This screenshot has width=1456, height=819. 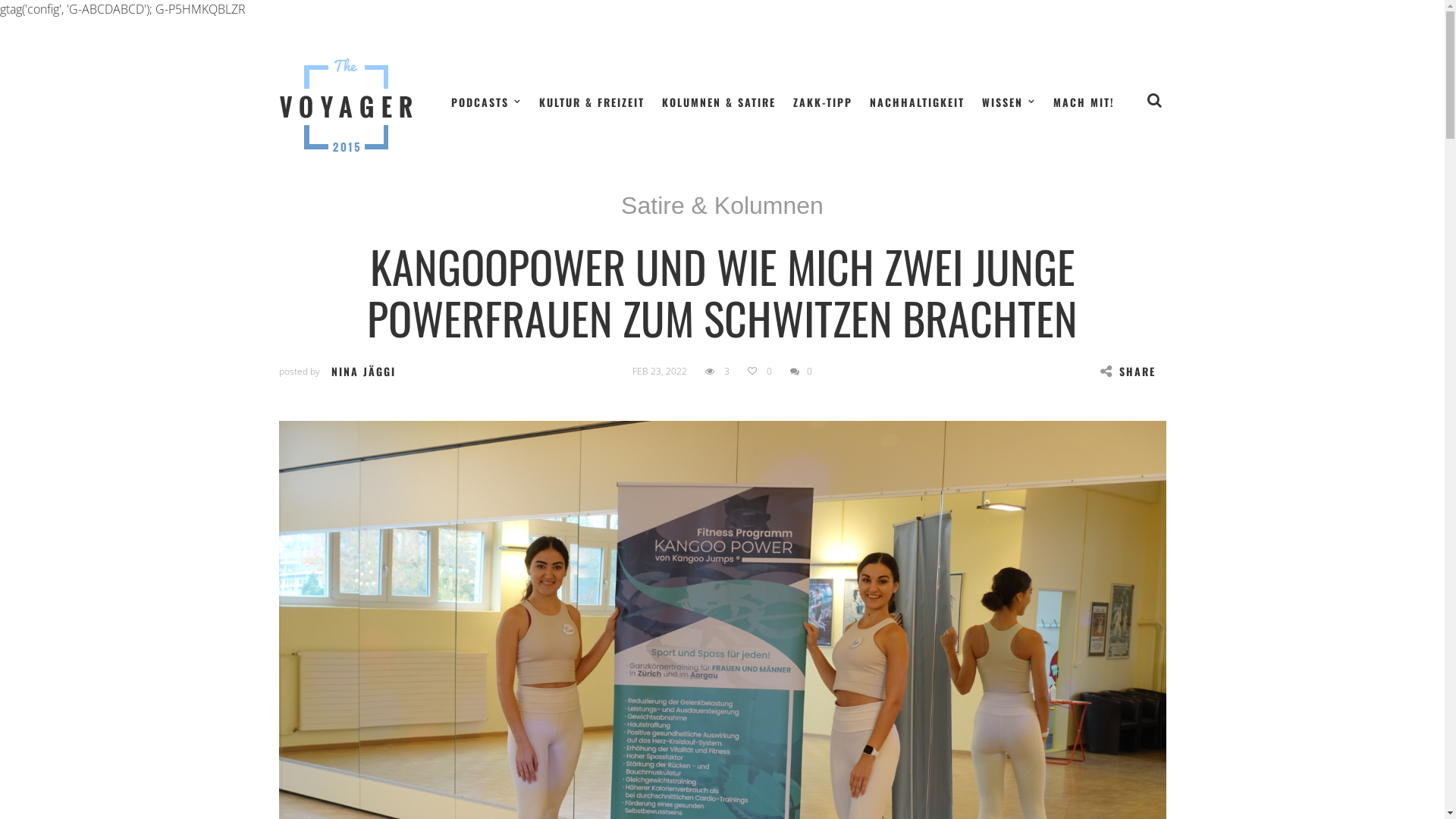 I want to click on 'KULTUR & FREIZEIT', so click(x=590, y=102).